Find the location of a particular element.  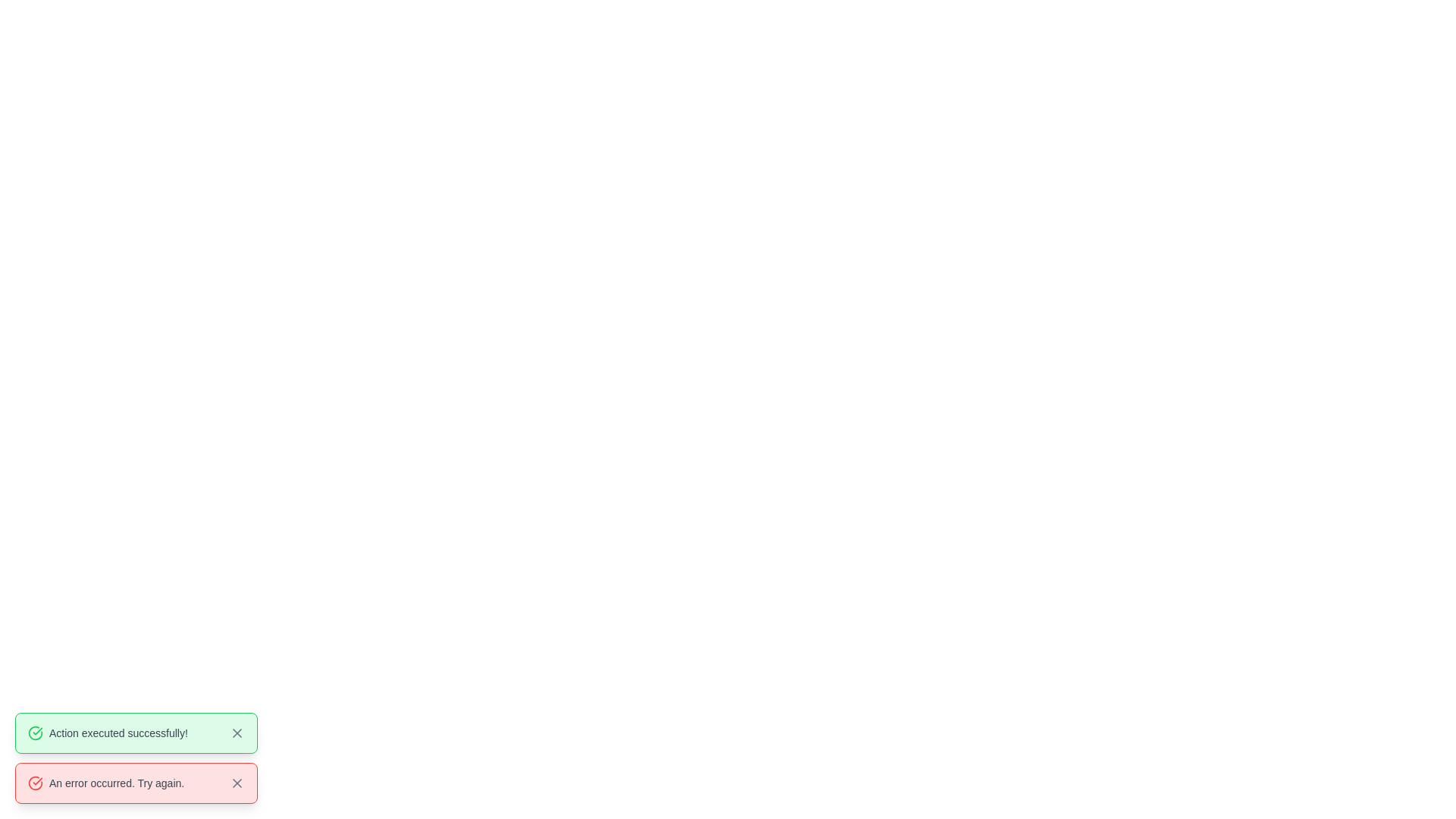

the status message text label, which is located inside a green notification box, positioned to the right of a checkmark icon and before a small close button is located at coordinates (118, 733).